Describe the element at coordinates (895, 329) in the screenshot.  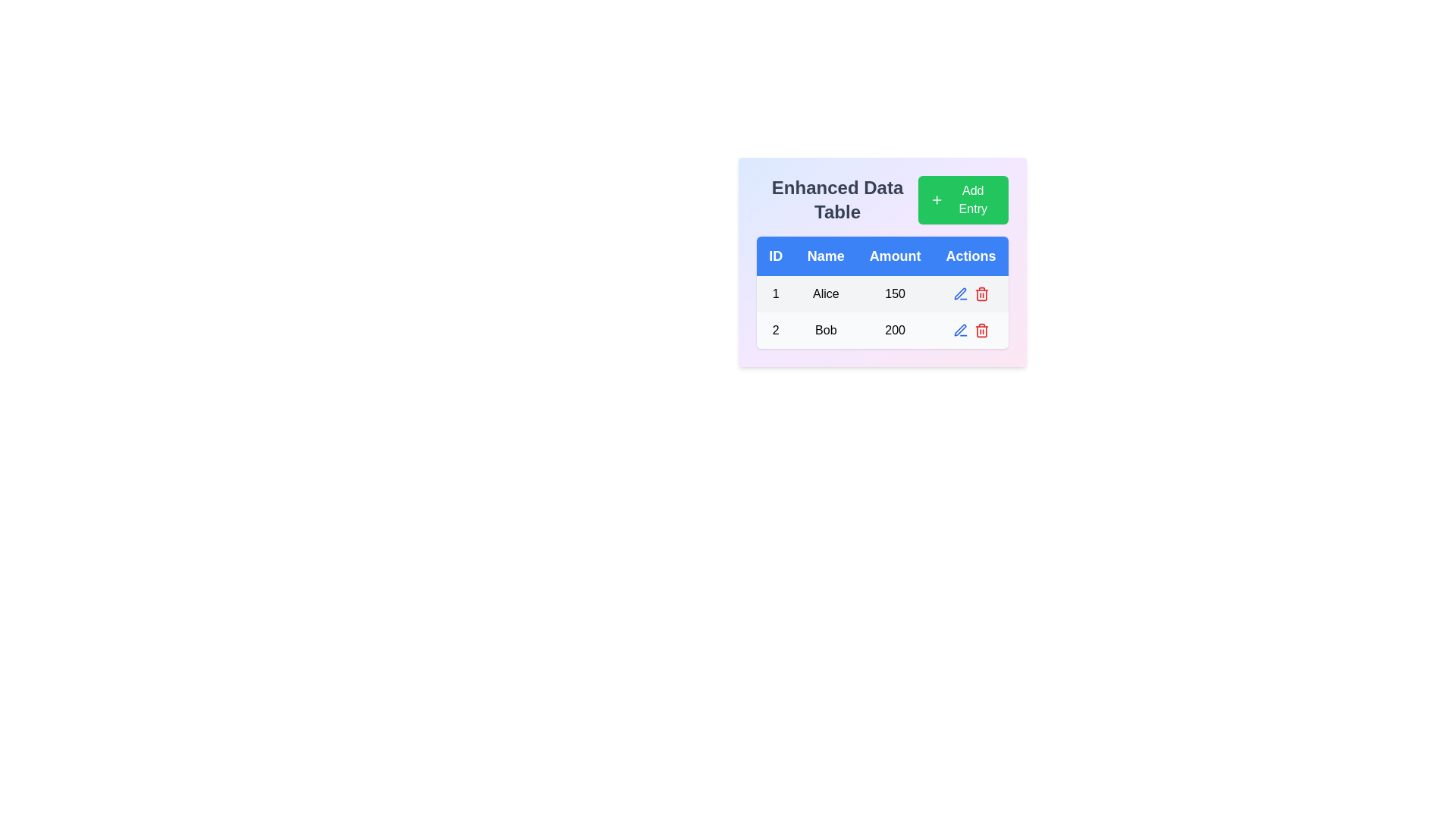
I see `the Text field representing the numerical value associated with 'Bob' in the 'Amount' category of the data table` at that location.